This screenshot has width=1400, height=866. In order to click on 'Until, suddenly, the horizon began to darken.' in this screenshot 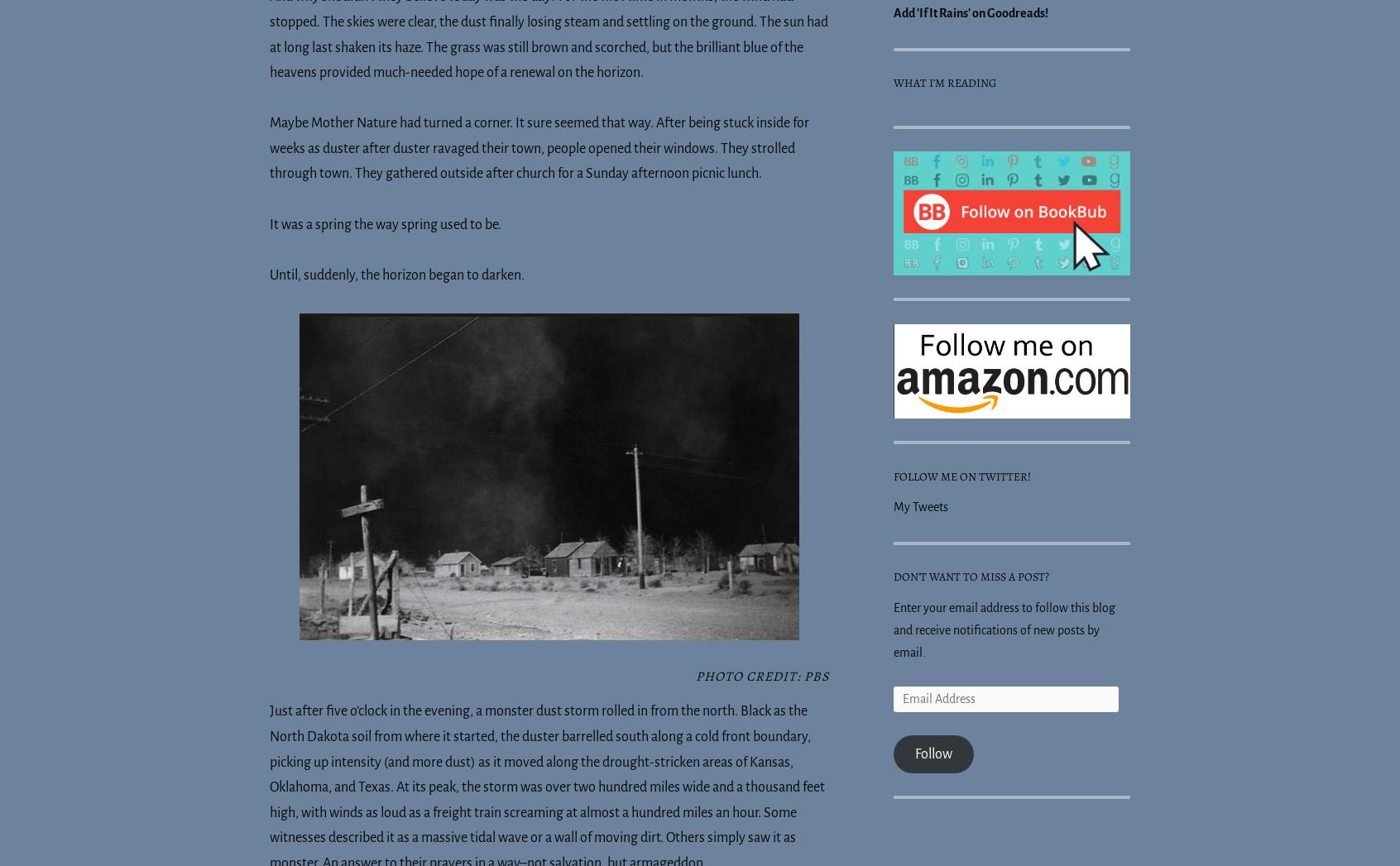, I will do `click(396, 274)`.